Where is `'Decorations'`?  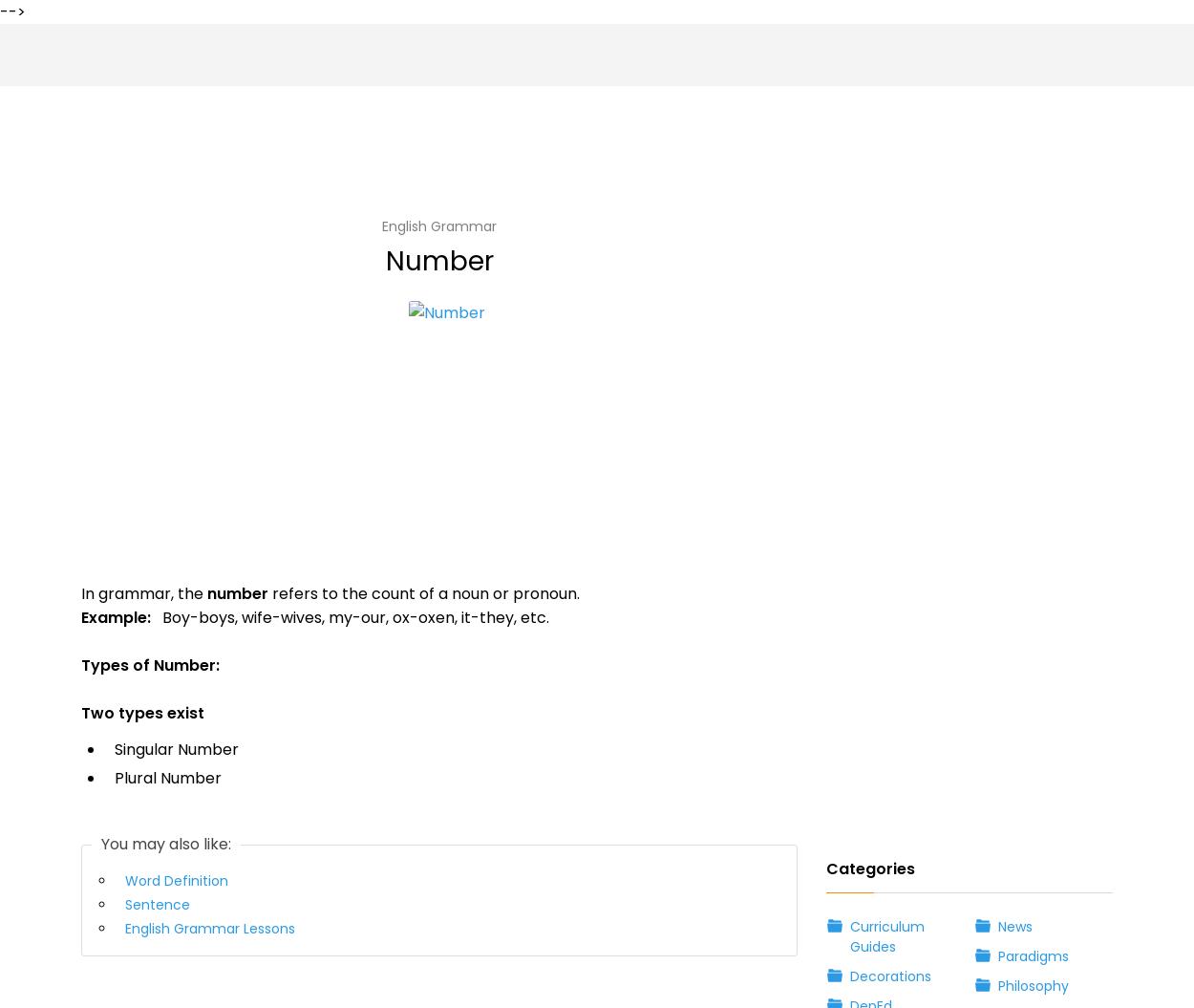
'Decorations' is located at coordinates (879, 257).